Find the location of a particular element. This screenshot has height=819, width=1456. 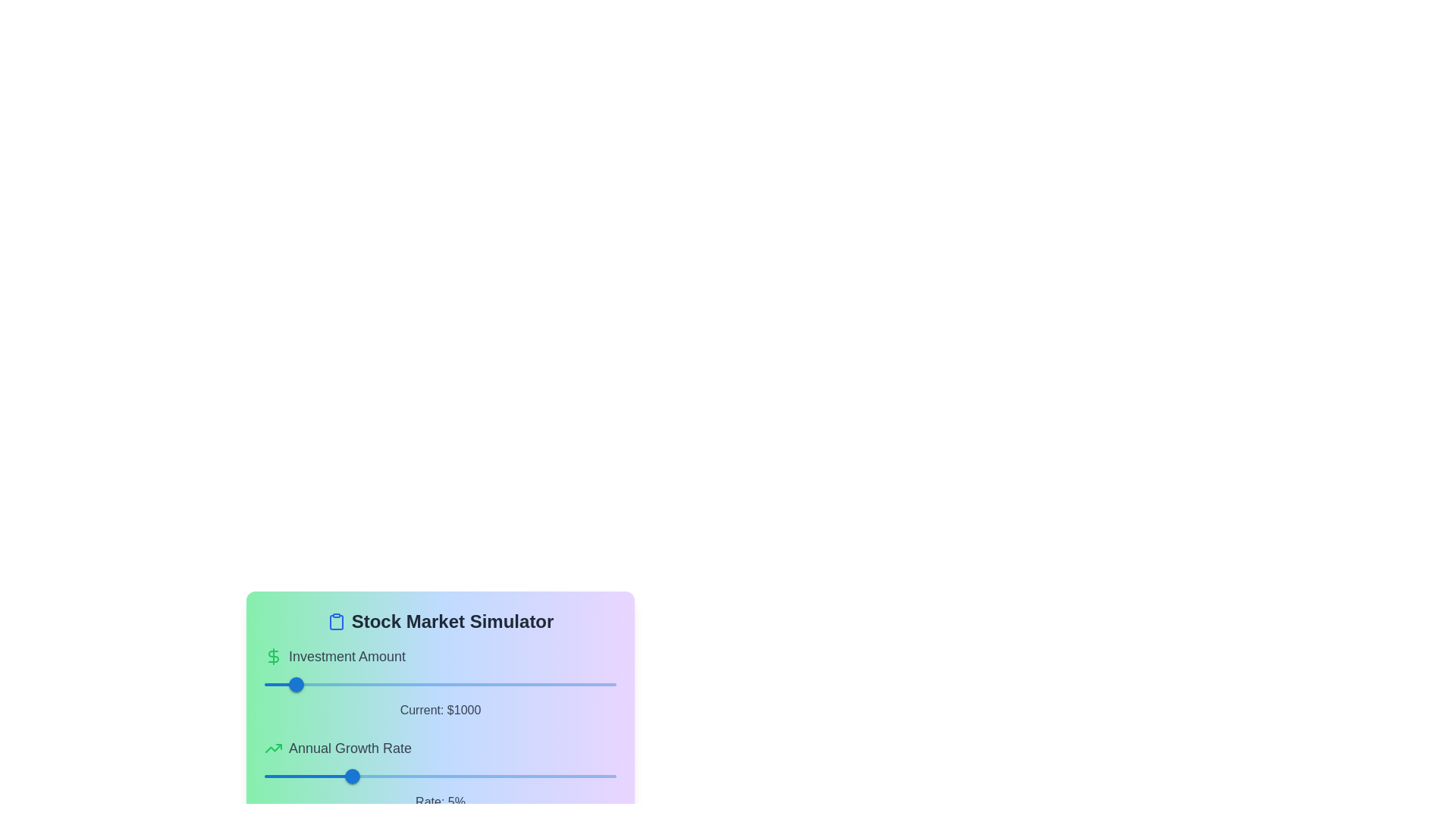

the investment amount is located at coordinates (265, 684).